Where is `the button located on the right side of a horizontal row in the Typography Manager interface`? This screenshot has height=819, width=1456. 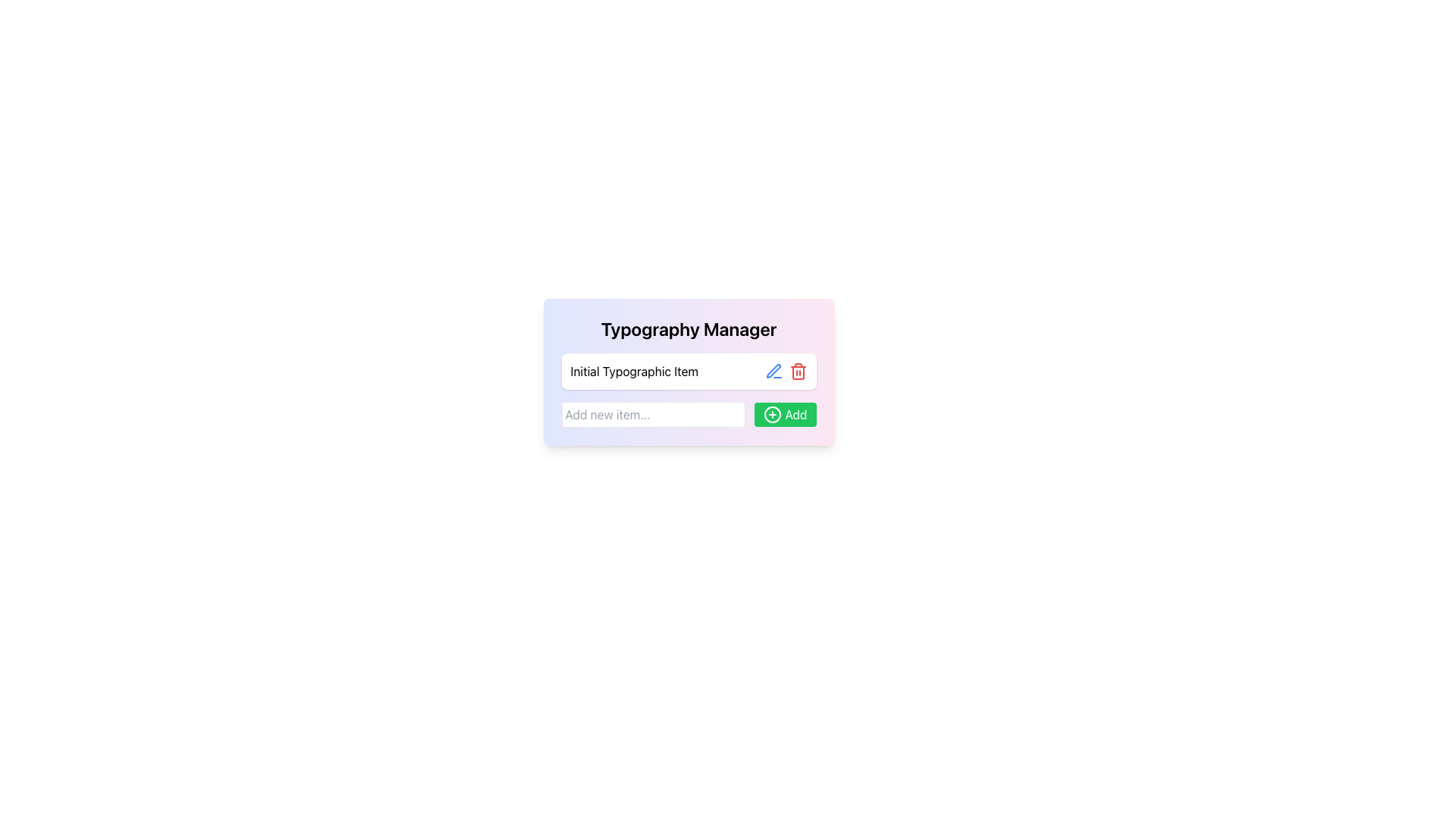
the button located on the right side of a horizontal row in the Typography Manager interface is located at coordinates (786, 415).